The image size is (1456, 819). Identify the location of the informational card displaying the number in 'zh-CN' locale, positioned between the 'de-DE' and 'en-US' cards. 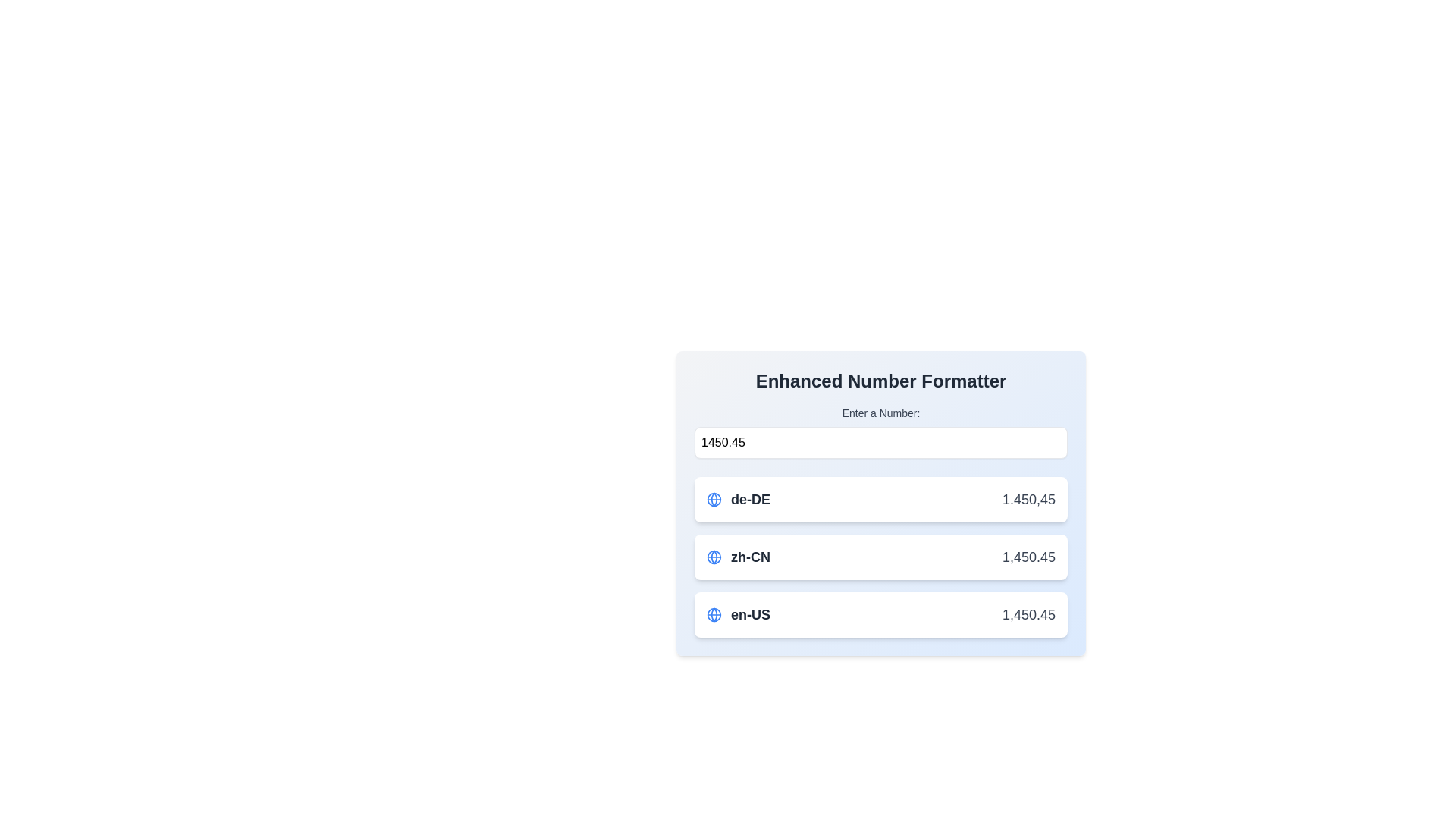
(880, 557).